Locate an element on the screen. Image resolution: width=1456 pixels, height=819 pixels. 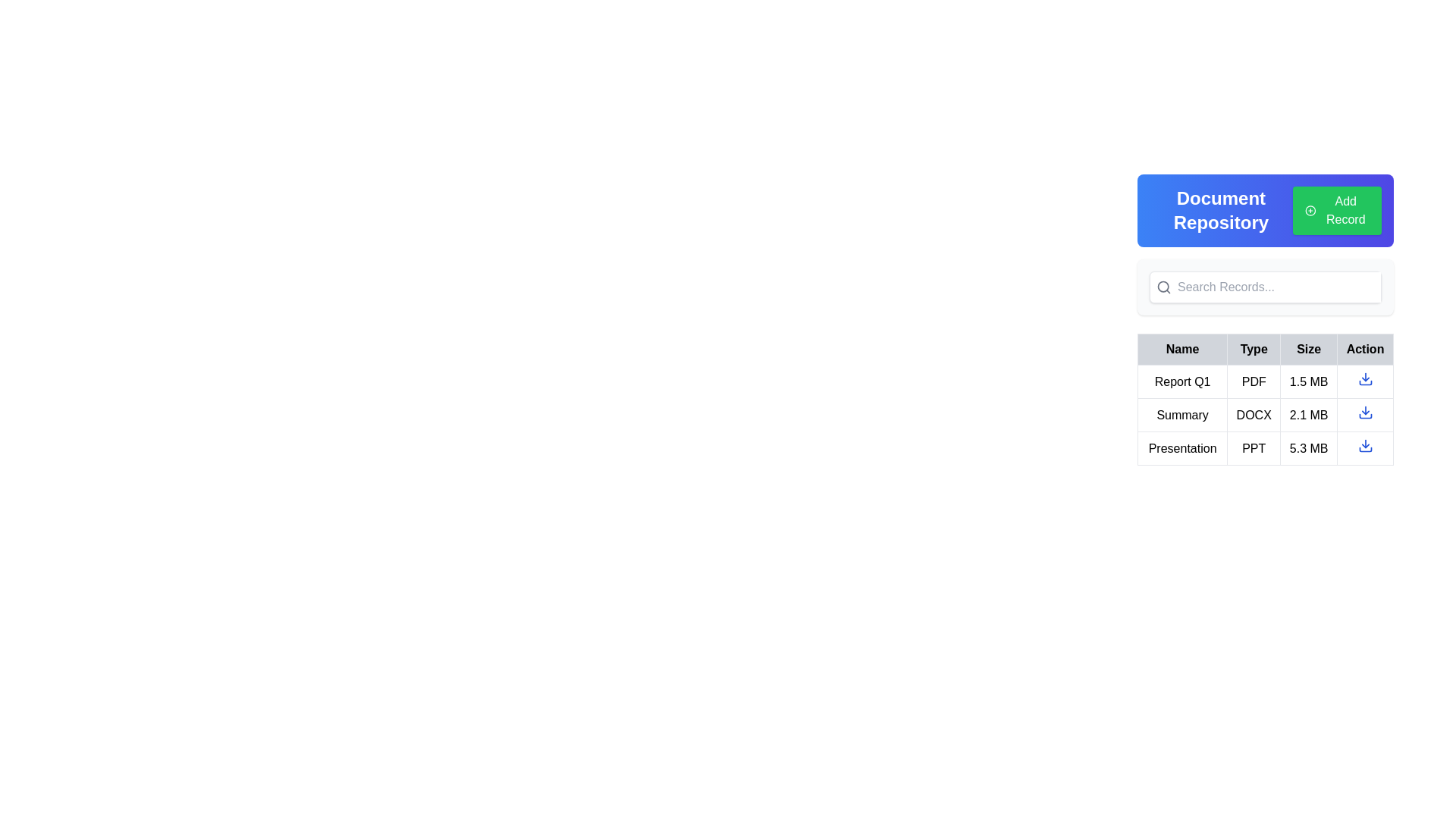
the download icon button located in the last column of the second row of the table under the 'Action' header, corresponding to the file 'Summary DOCX 2.1 MB' is located at coordinates (1365, 415).